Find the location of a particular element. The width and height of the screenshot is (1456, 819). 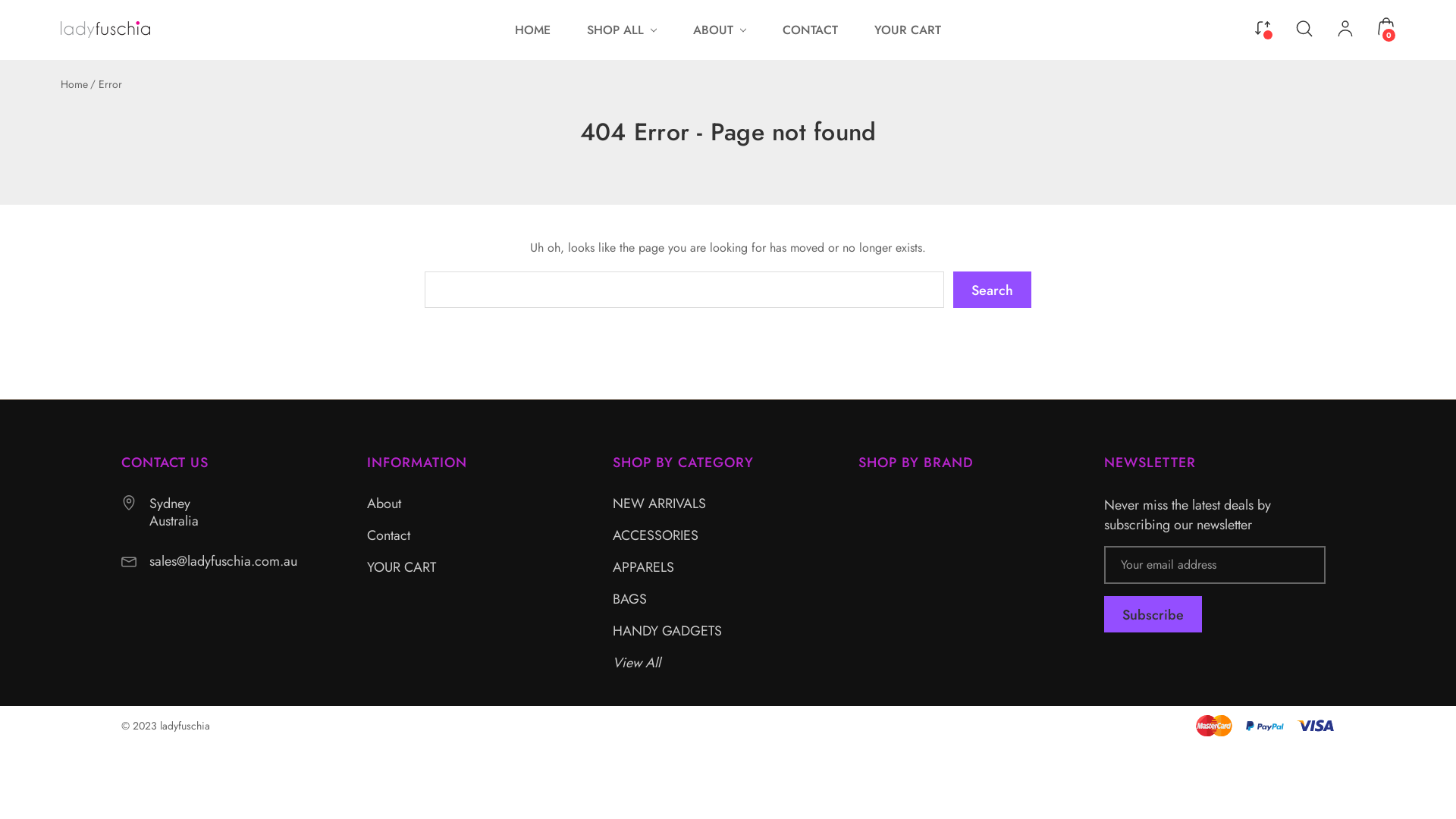

'Compare' is located at coordinates (1263, 26).